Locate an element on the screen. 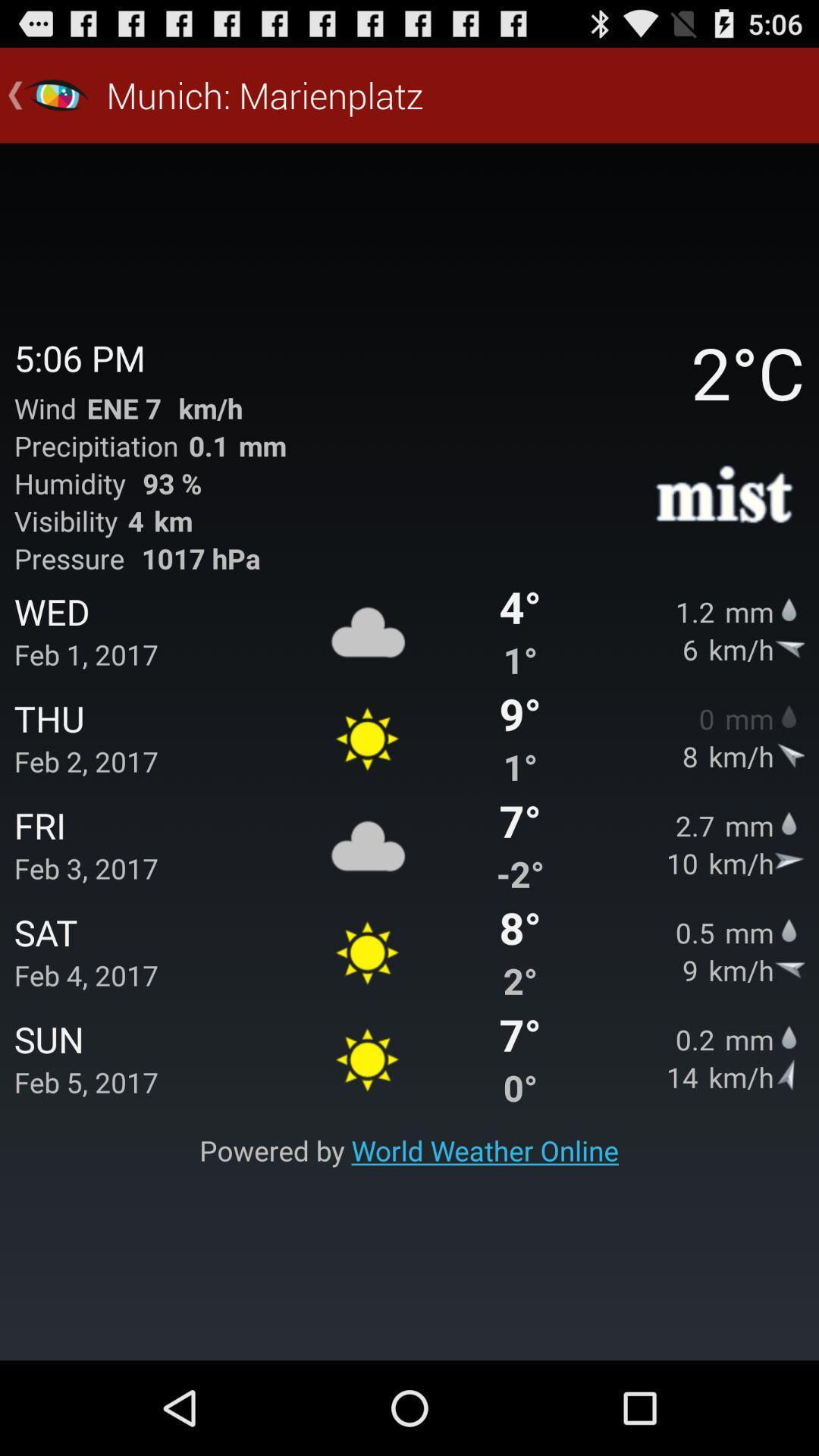 This screenshot has width=819, height=1456. the text which is above 12 mm is located at coordinates (724, 497).